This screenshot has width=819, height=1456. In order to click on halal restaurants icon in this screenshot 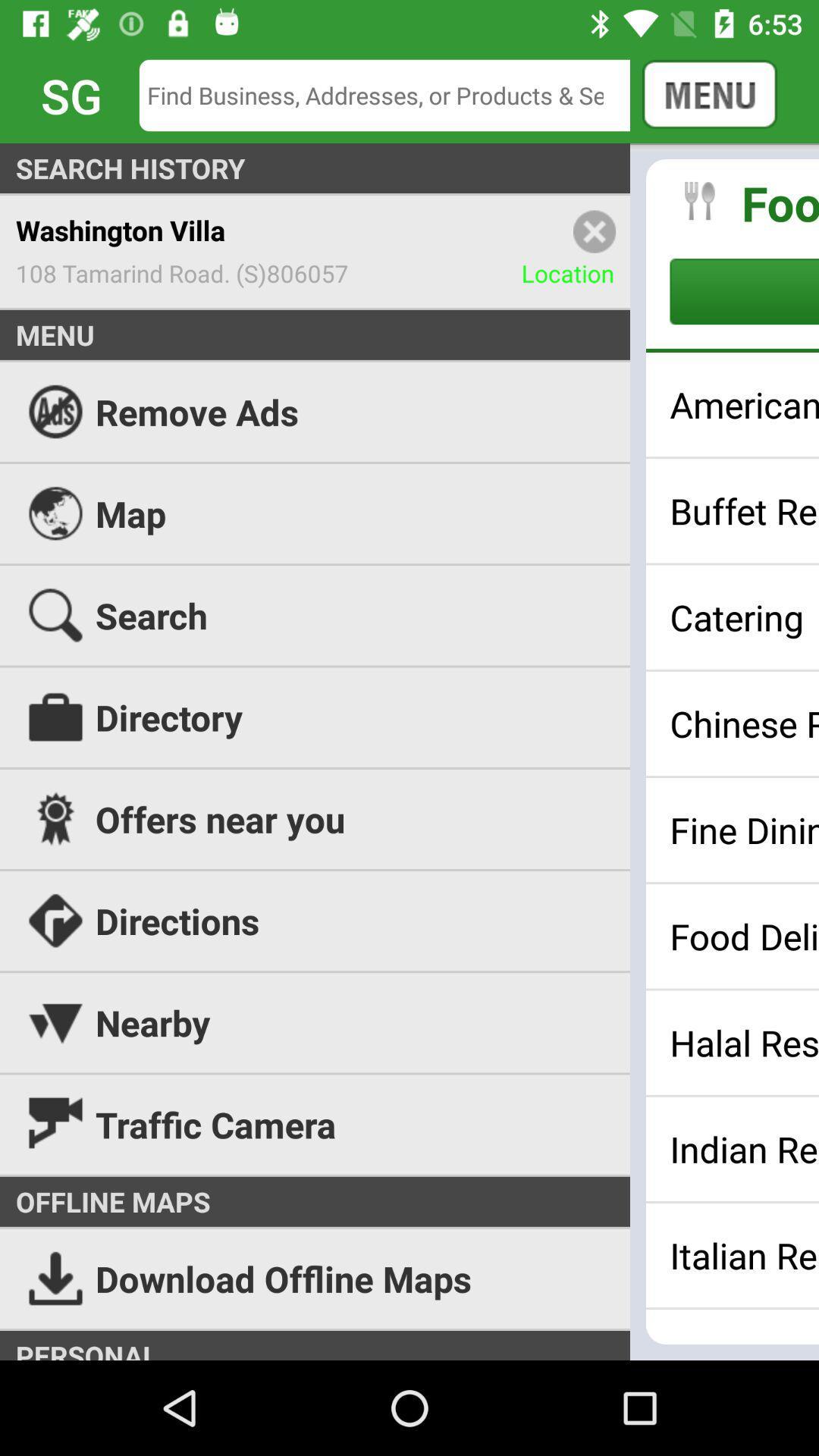, I will do `click(743, 1042)`.